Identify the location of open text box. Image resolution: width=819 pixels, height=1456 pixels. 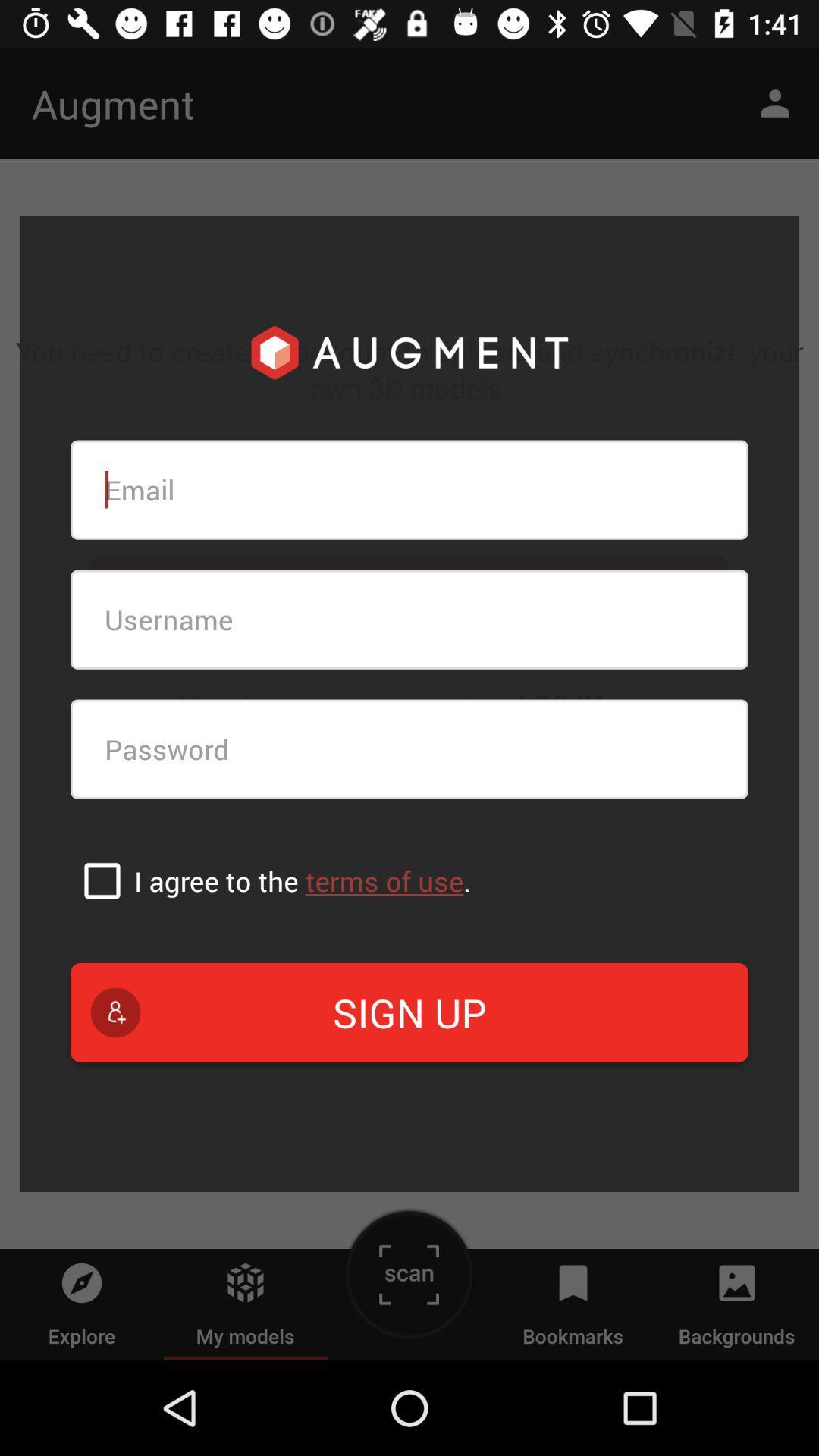
(409, 490).